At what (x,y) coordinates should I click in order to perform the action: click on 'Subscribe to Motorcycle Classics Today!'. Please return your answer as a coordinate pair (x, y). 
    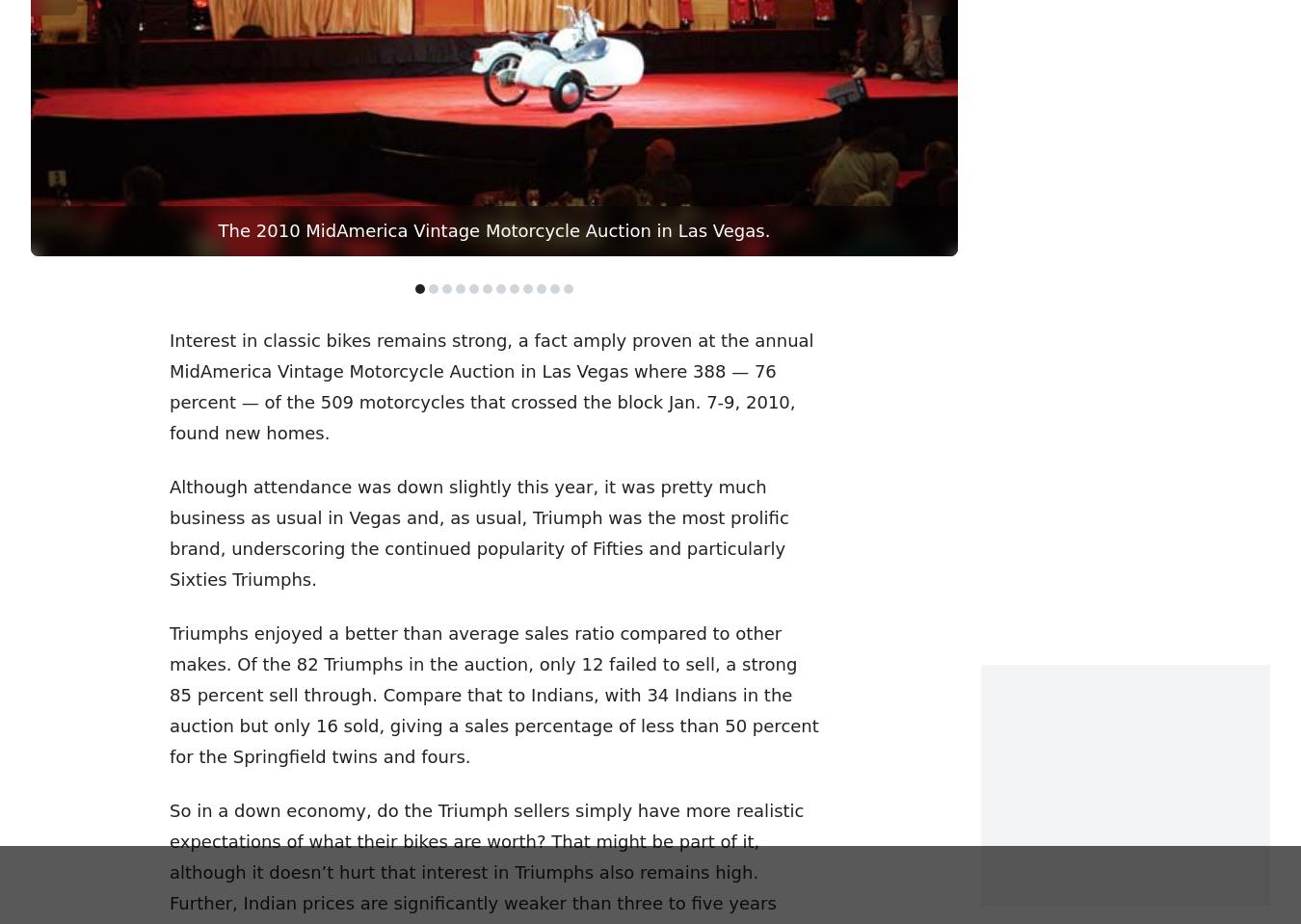
    Looking at the image, I should click on (650, 385).